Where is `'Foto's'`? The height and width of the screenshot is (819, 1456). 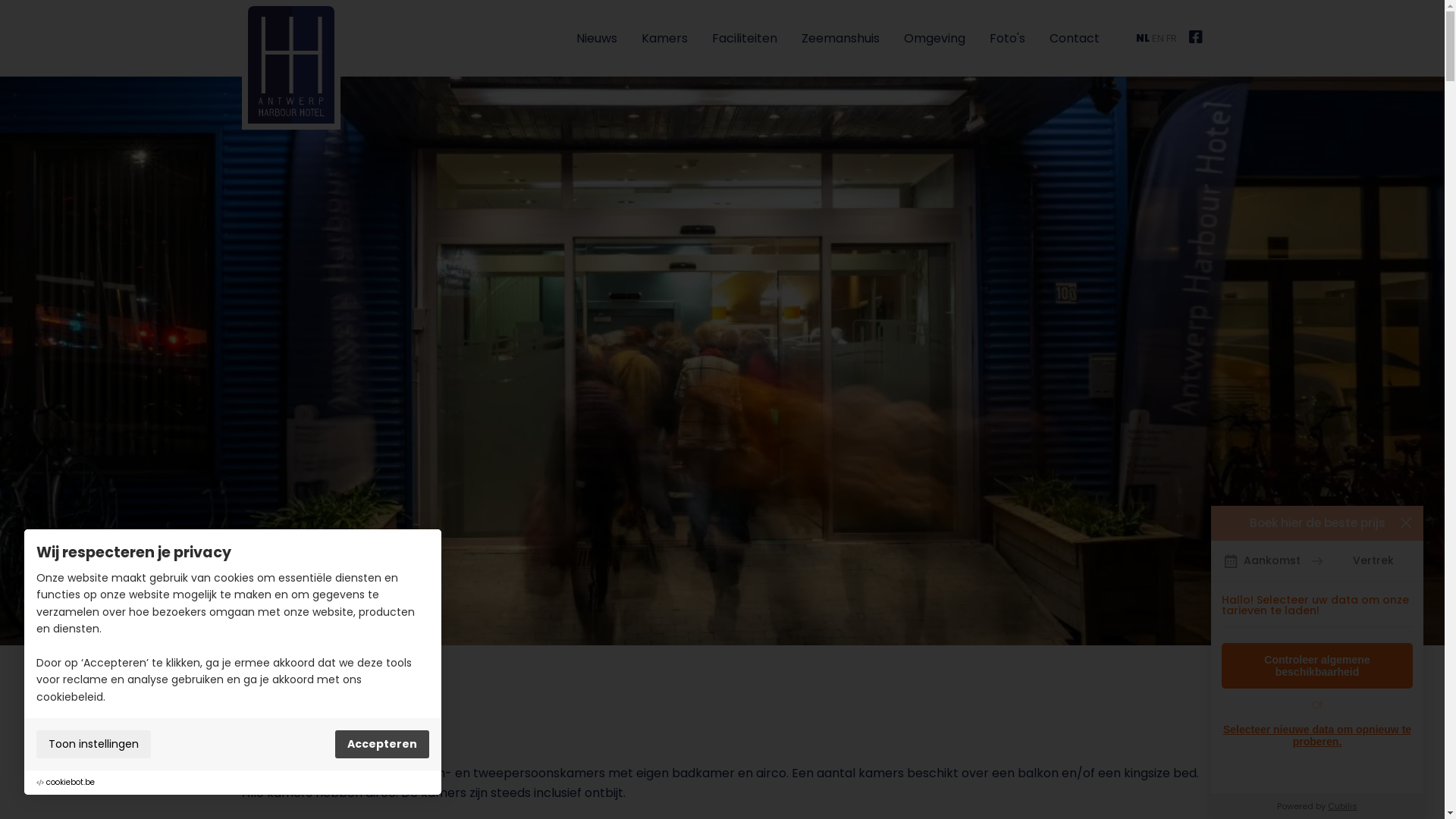
'Foto's' is located at coordinates (990, 37).